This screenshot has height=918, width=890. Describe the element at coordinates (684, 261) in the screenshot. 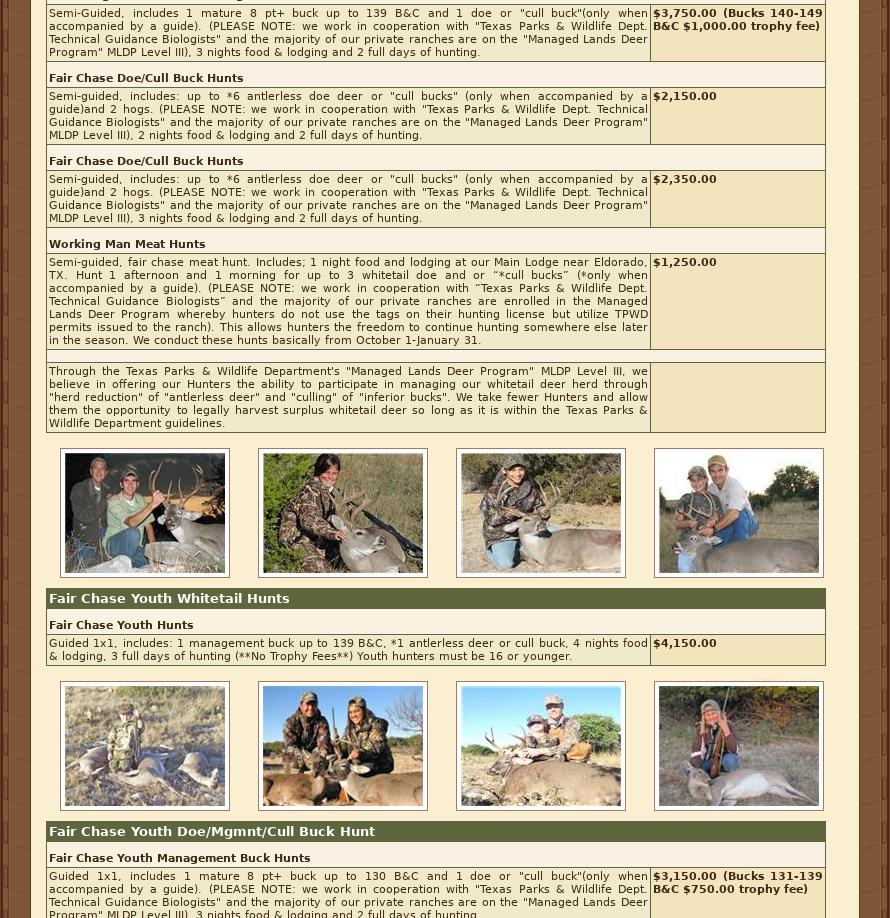

I see `'$1,250.00'` at that location.